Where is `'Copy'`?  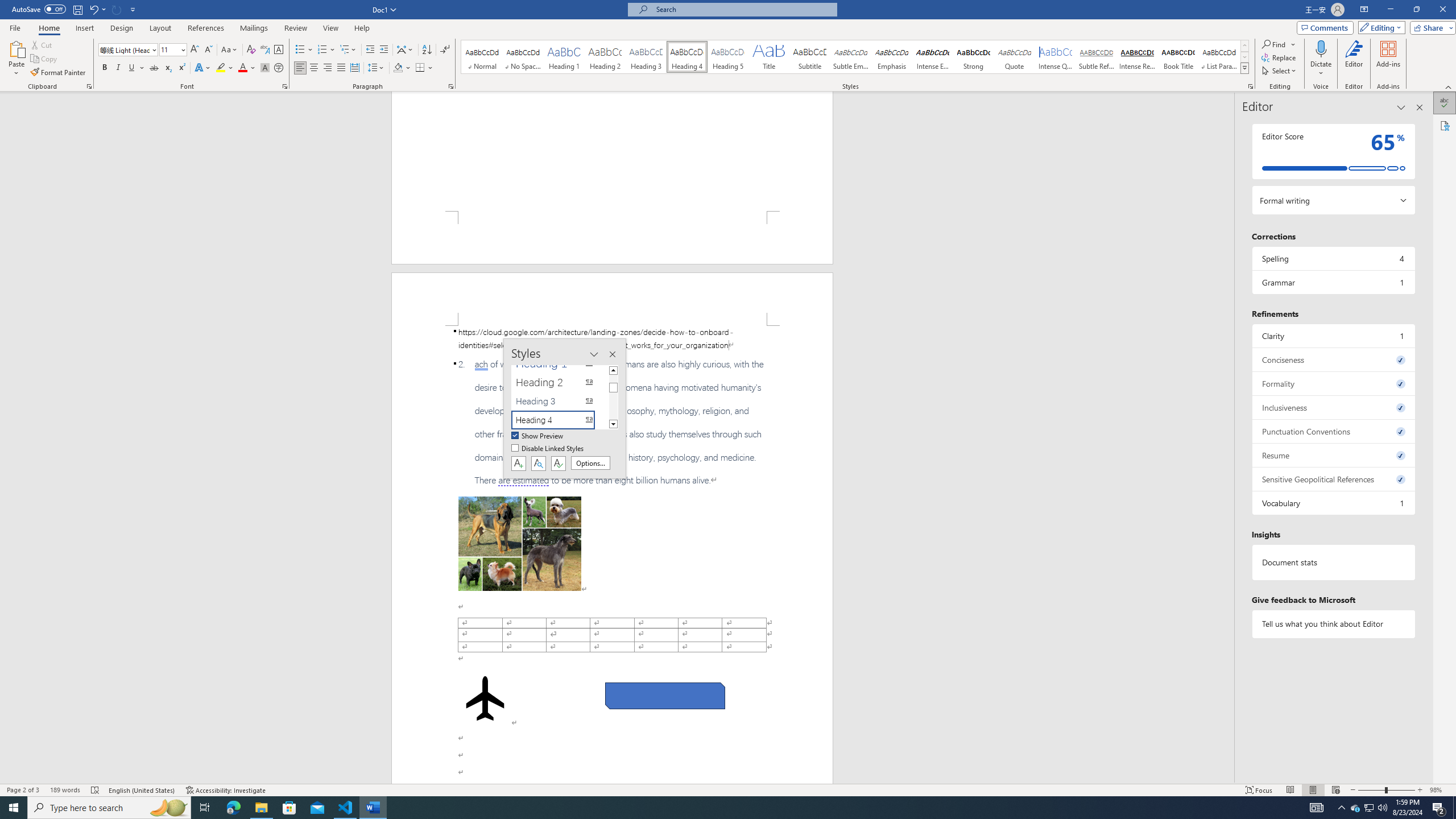
'Copy' is located at coordinates (44, 59).